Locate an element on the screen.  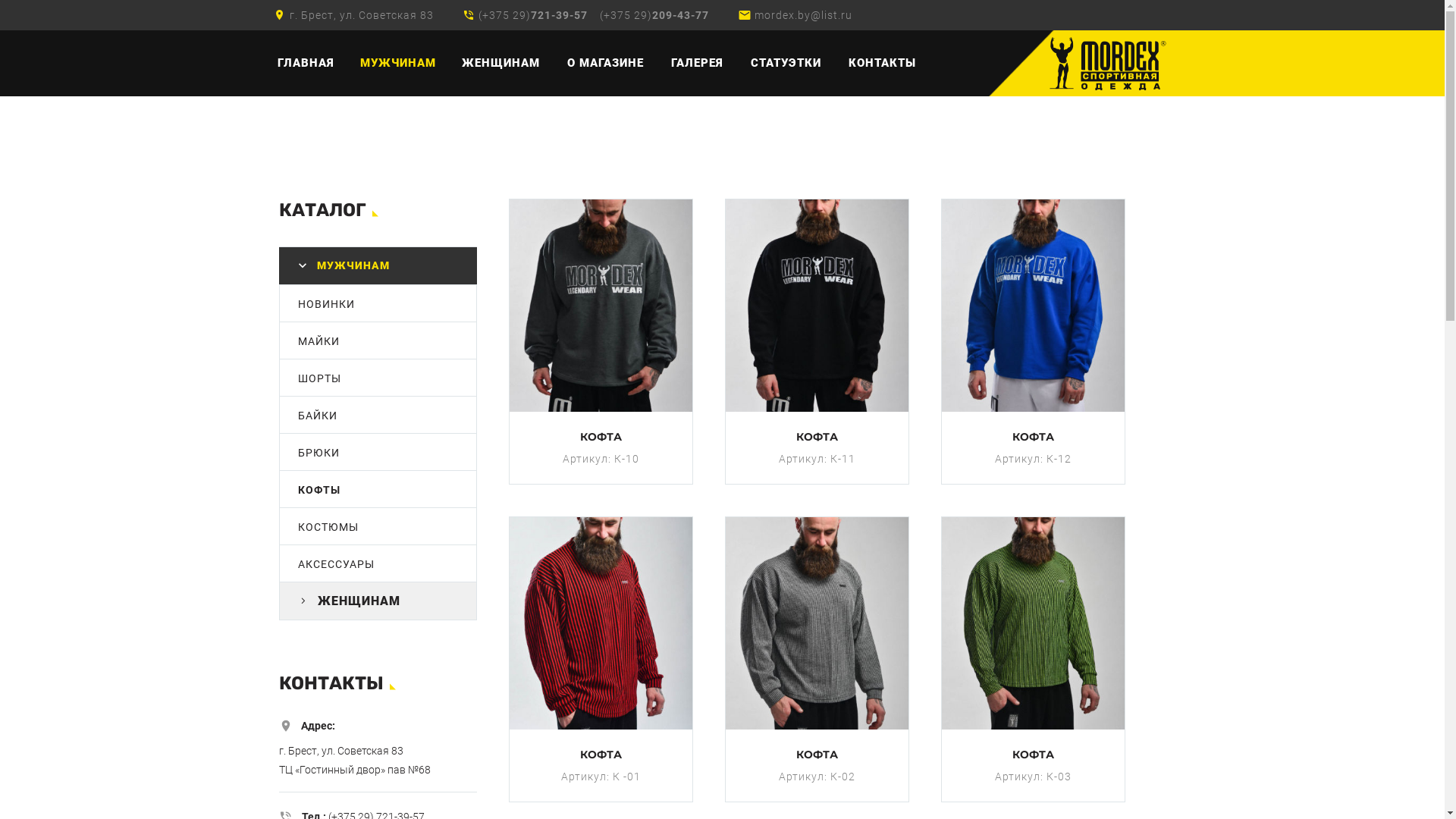
'mordex.by@list.ru' is located at coordinates (802, 14).